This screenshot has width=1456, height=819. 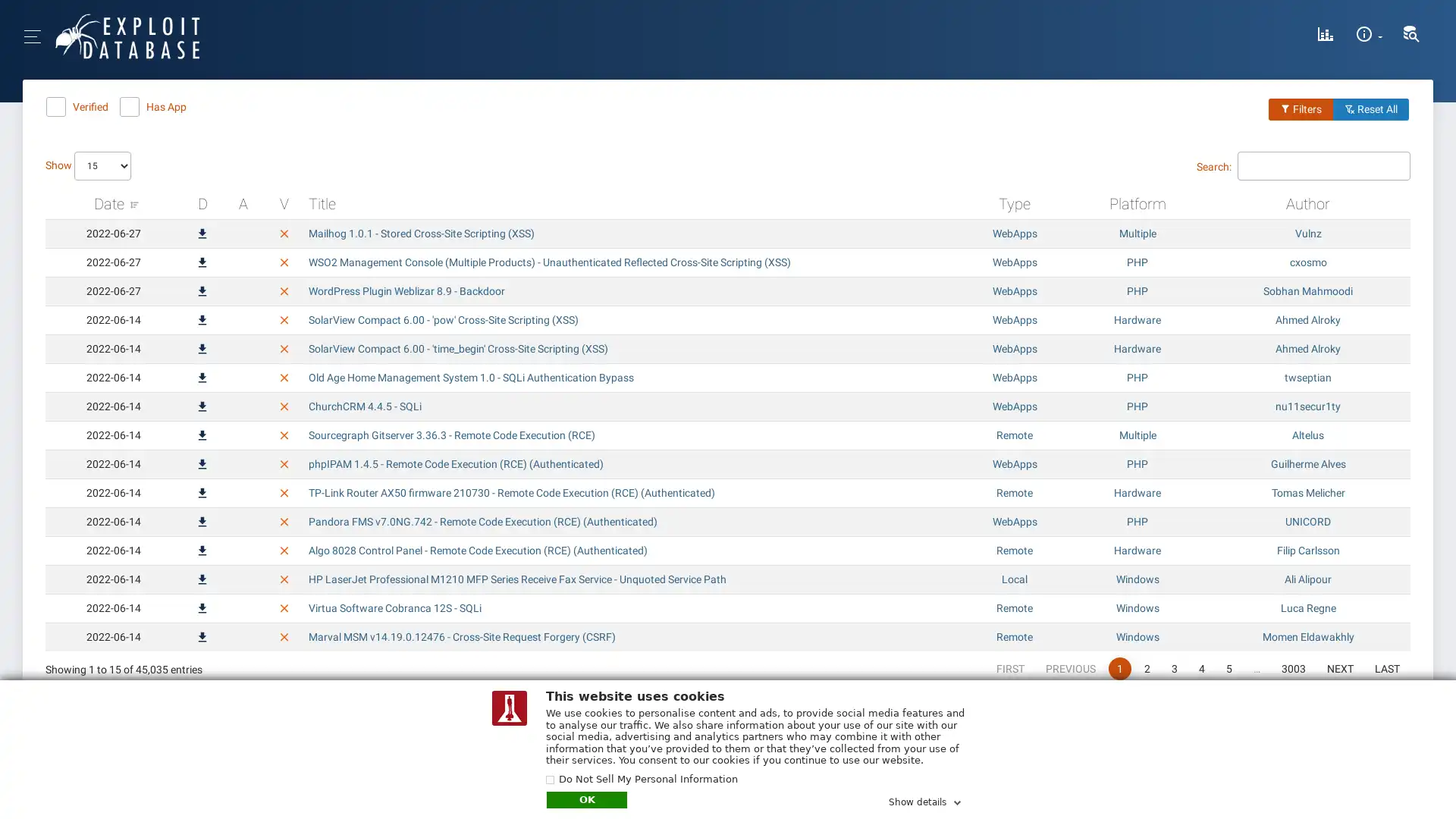 What do you see at coordinates (1300, 108) in the screenshot?
I see `Filters` at bounding box center [1300, 108].